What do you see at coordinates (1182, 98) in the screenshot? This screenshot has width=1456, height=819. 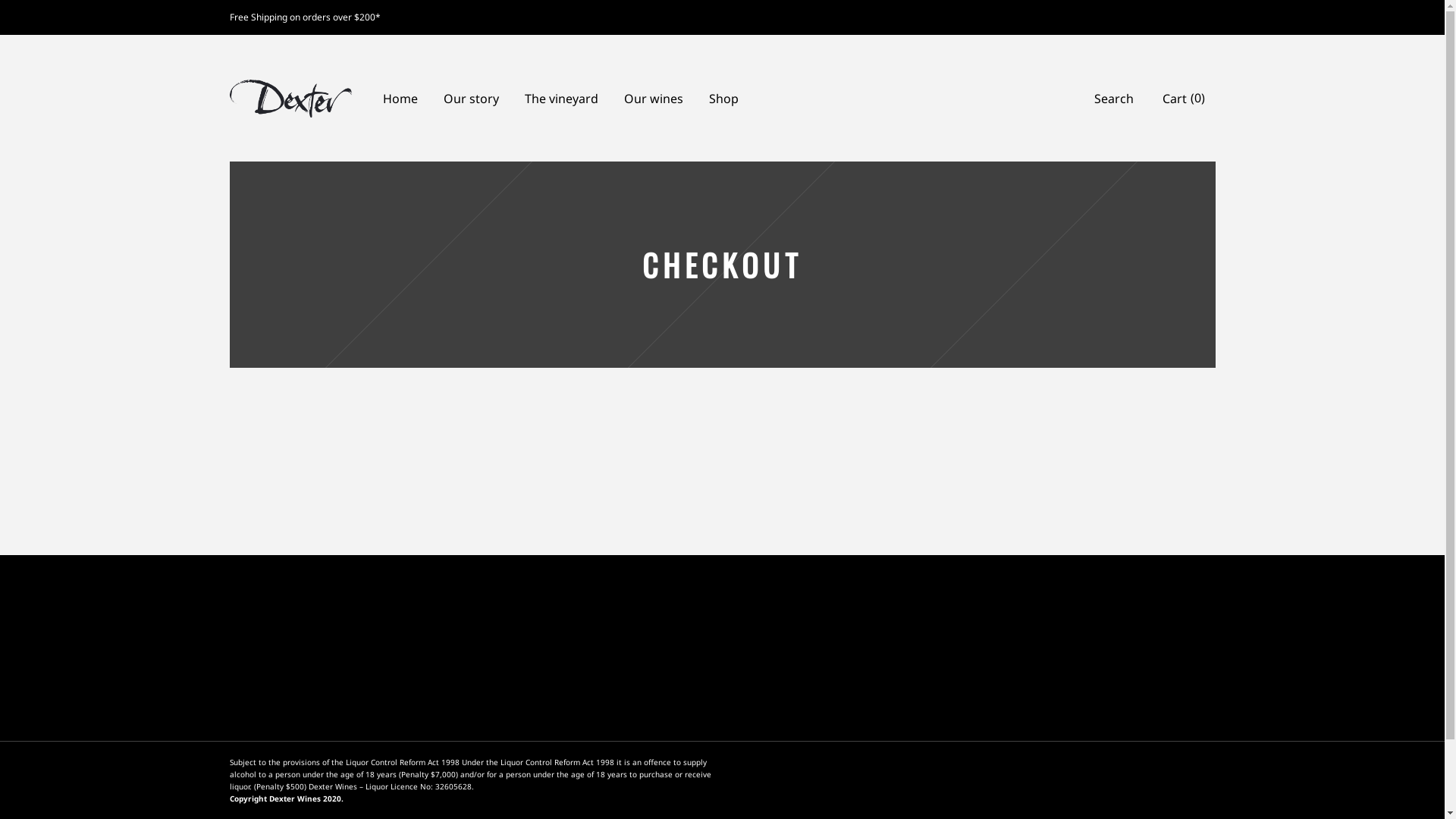 I see `'Cart` at bounding box center [1182, 98].